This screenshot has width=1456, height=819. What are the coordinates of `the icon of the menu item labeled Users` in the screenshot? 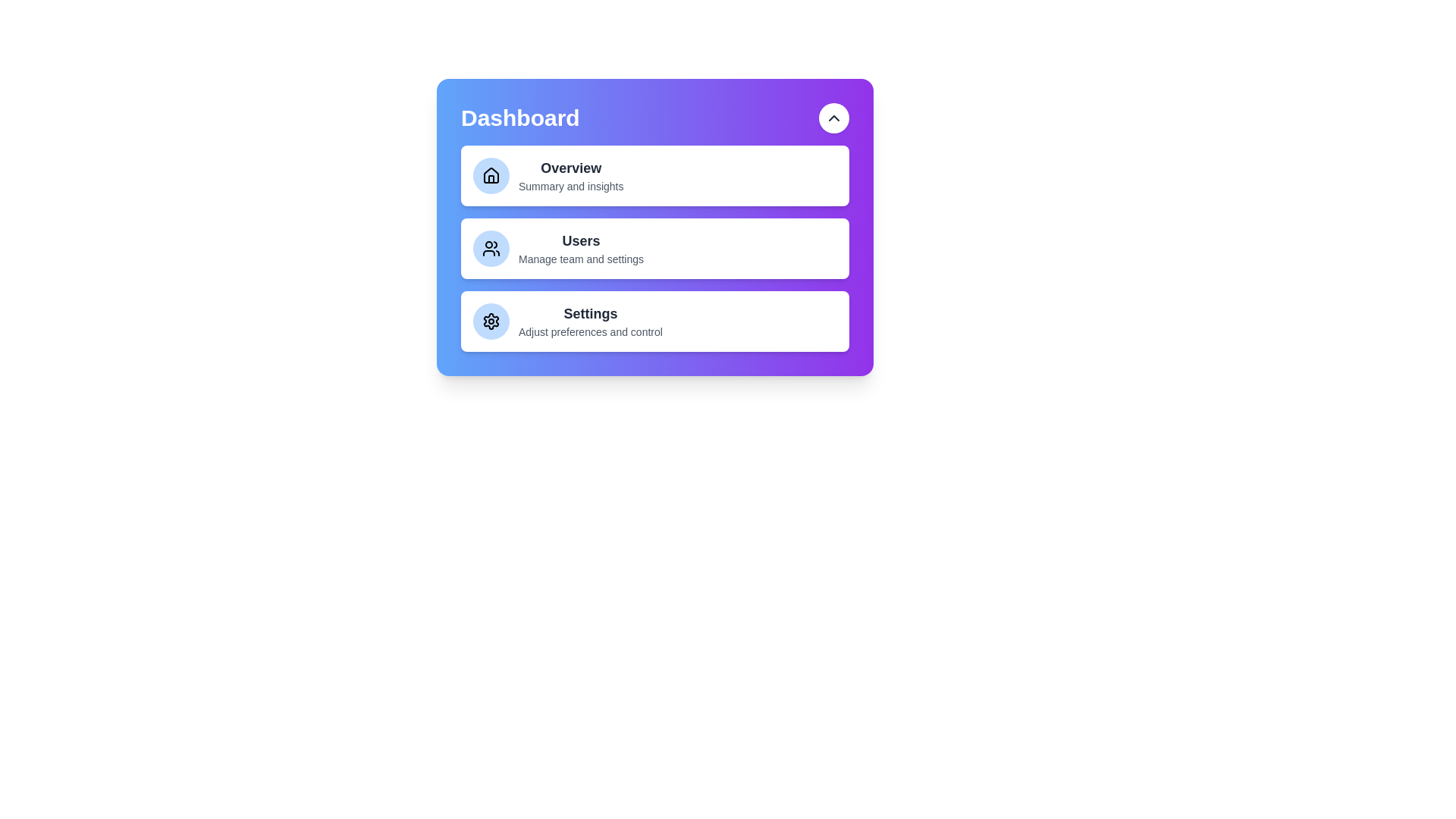 It's located at (491, 247).